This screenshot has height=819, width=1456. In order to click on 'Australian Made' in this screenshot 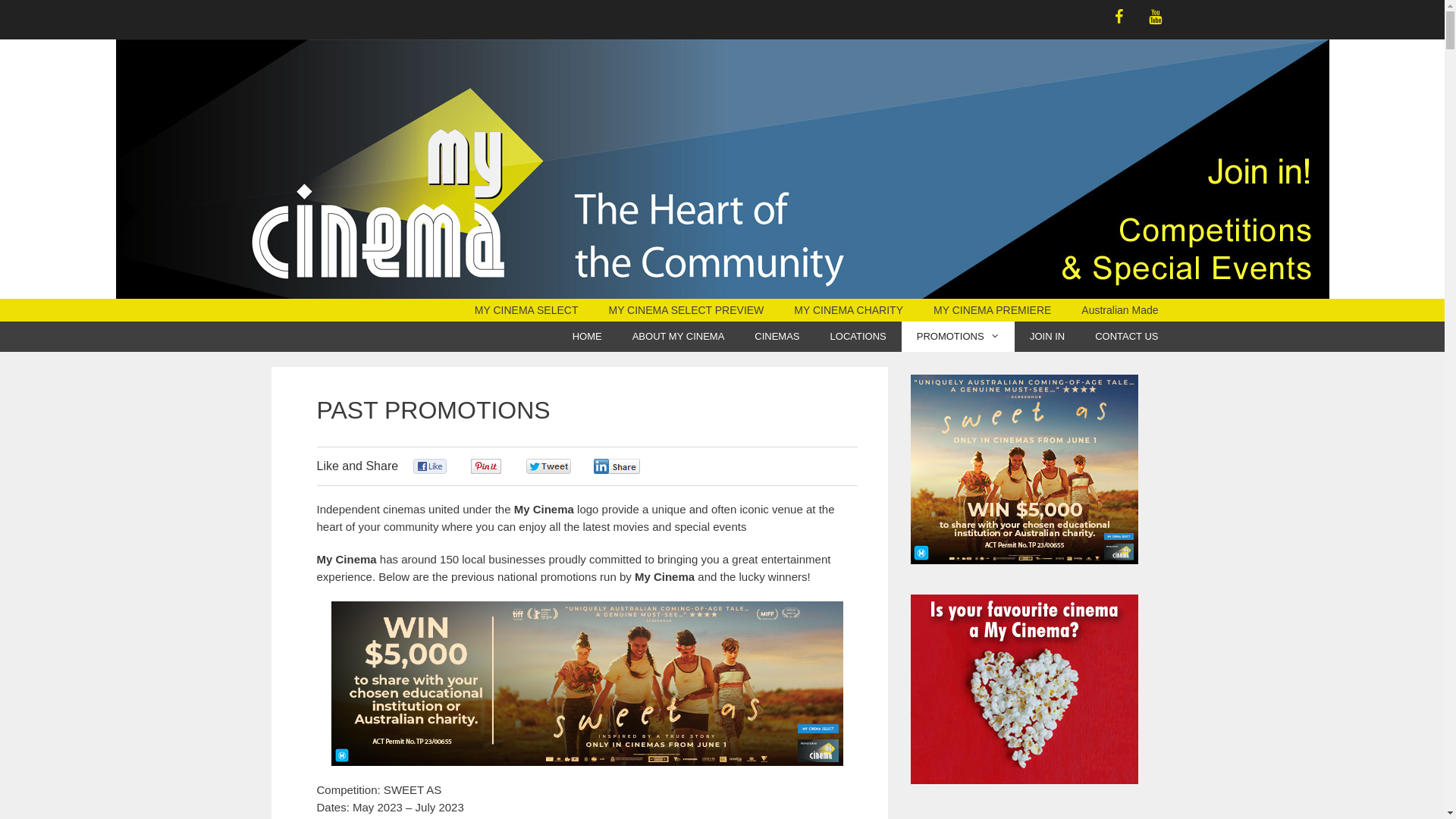, I will do `click(1065, 309)`.